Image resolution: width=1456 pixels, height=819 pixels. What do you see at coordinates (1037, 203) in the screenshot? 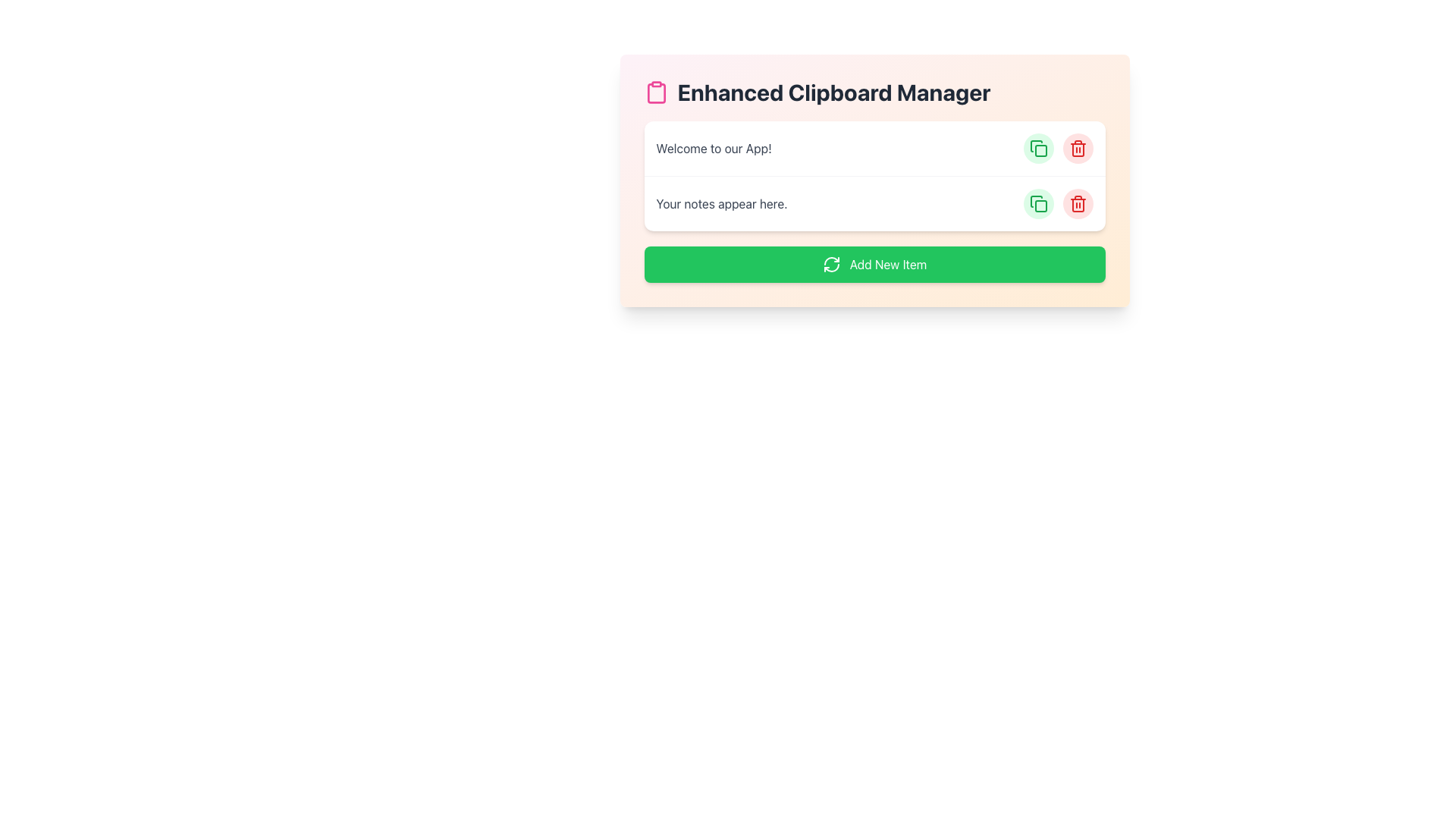
I see `the green rectangular icon with a double-square overlay design located to the right of the text 'Welcome to our App!' within a green circular button` at bounding box center [1037, 203].